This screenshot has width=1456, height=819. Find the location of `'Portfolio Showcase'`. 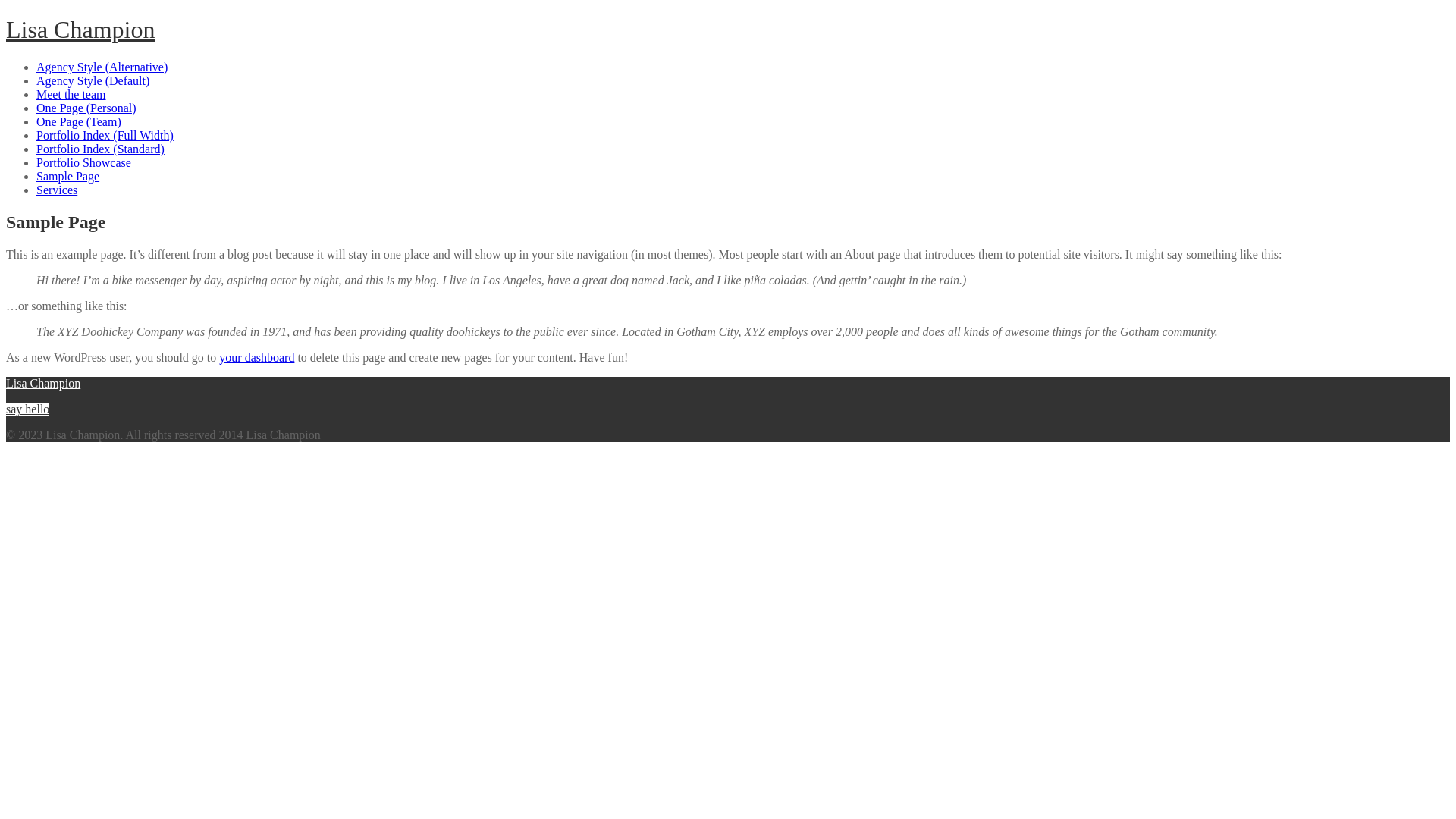

'Portfolio Showcase' is located at coordinates (36, 162).